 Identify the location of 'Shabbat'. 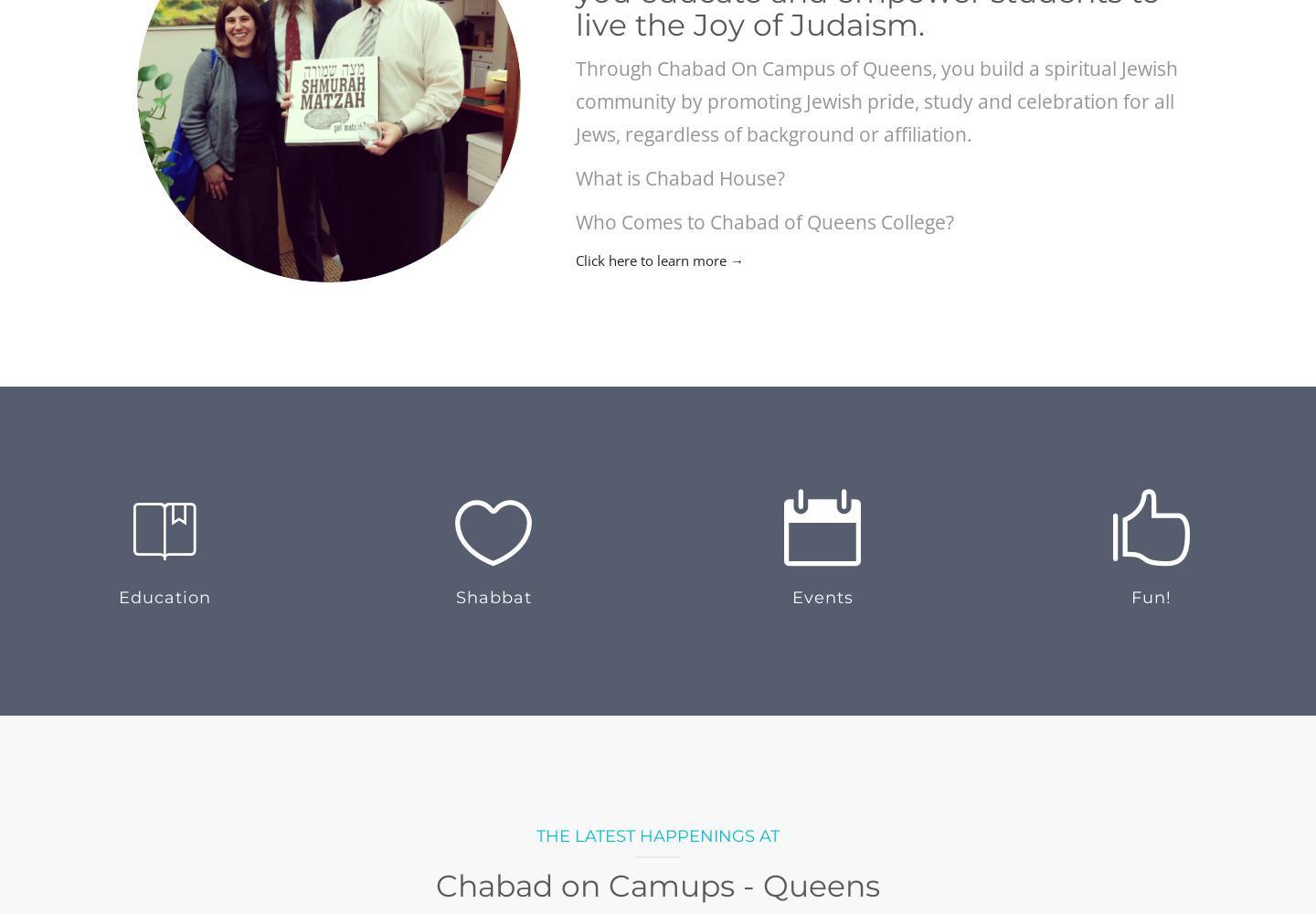
(492, 598).